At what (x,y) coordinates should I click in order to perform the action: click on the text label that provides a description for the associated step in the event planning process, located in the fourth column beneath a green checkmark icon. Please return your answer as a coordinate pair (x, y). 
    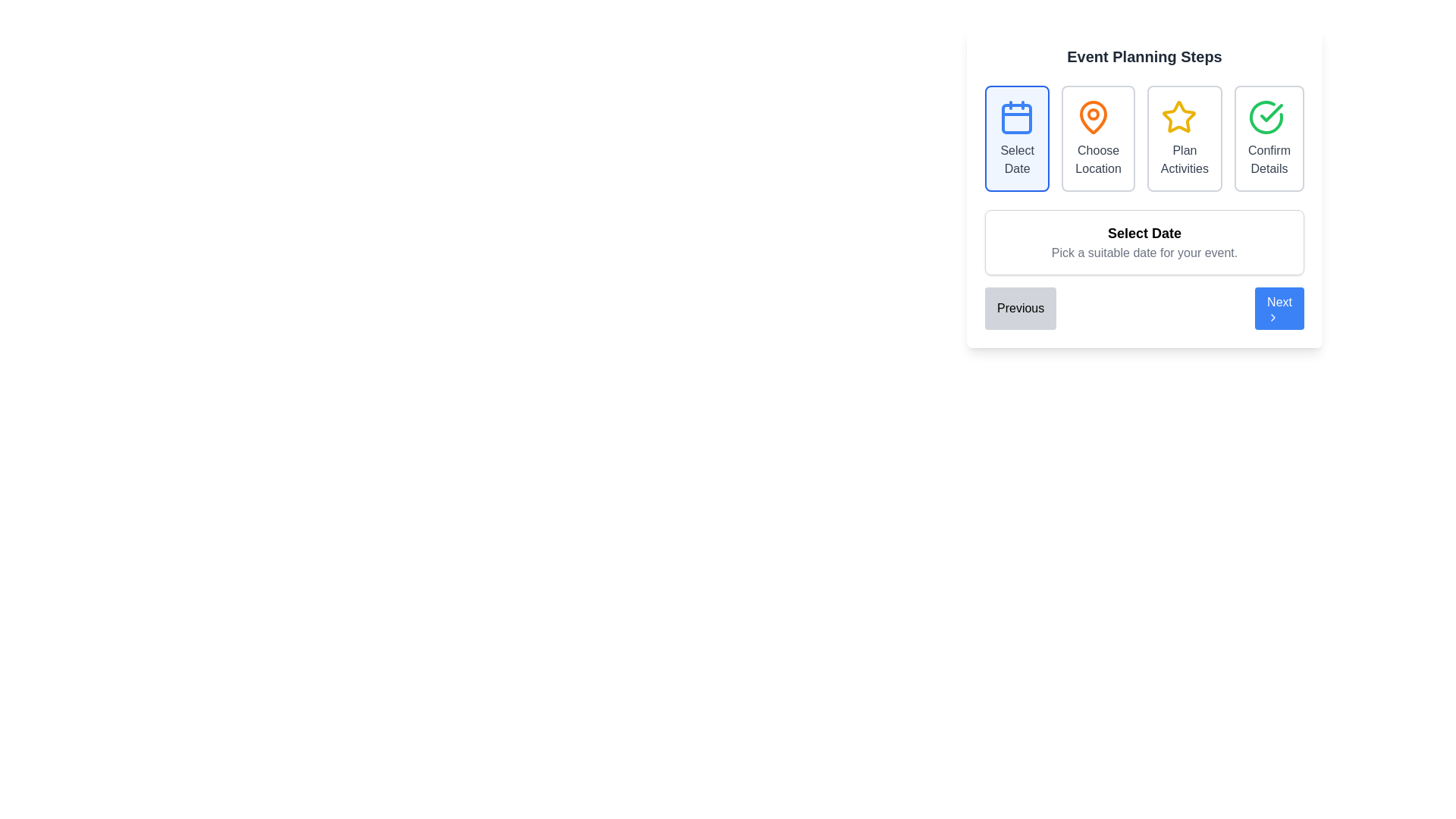
    Looking at the image, I should click on (1269, 160).